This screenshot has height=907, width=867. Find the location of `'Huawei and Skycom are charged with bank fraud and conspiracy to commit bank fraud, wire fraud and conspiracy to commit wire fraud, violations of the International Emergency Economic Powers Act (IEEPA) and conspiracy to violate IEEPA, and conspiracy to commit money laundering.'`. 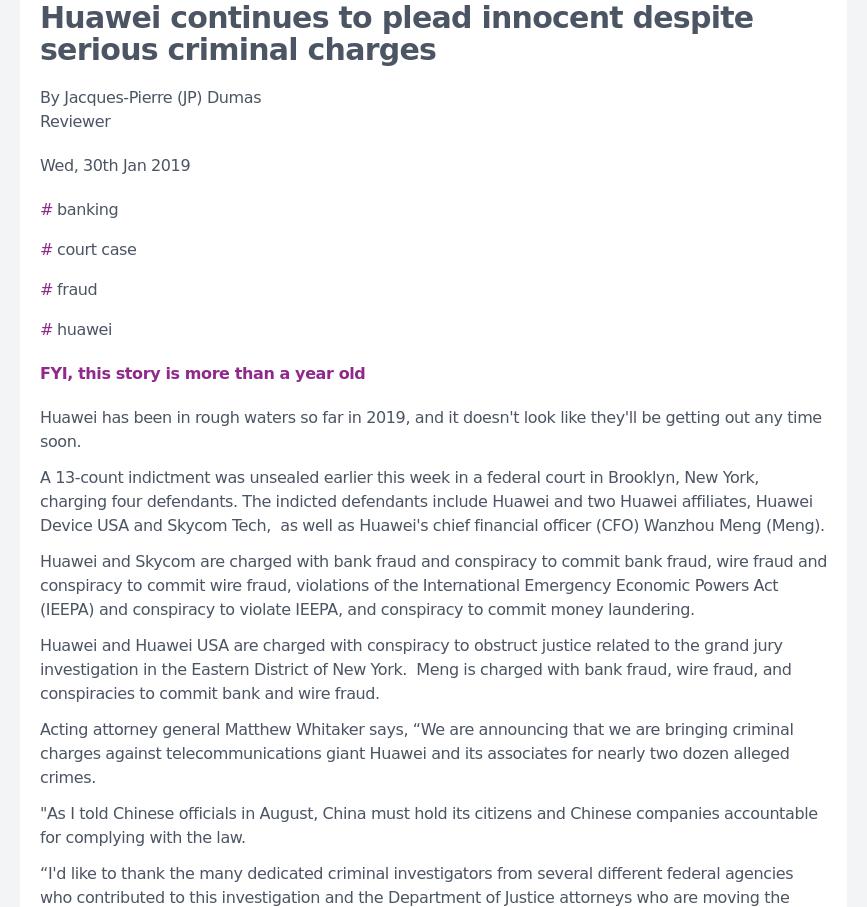

'Huawei and Skycom are charged with bank fraud and conspiracy to commit bank fraud, wire fraud and conspiracy to commit wire fraud, violations of the International Emergency Economic Powers Act (IEEPA) and conspiracy to violate IEEPA, and conspiracy to commit money laundering.' is located at coordinates (432, 583).